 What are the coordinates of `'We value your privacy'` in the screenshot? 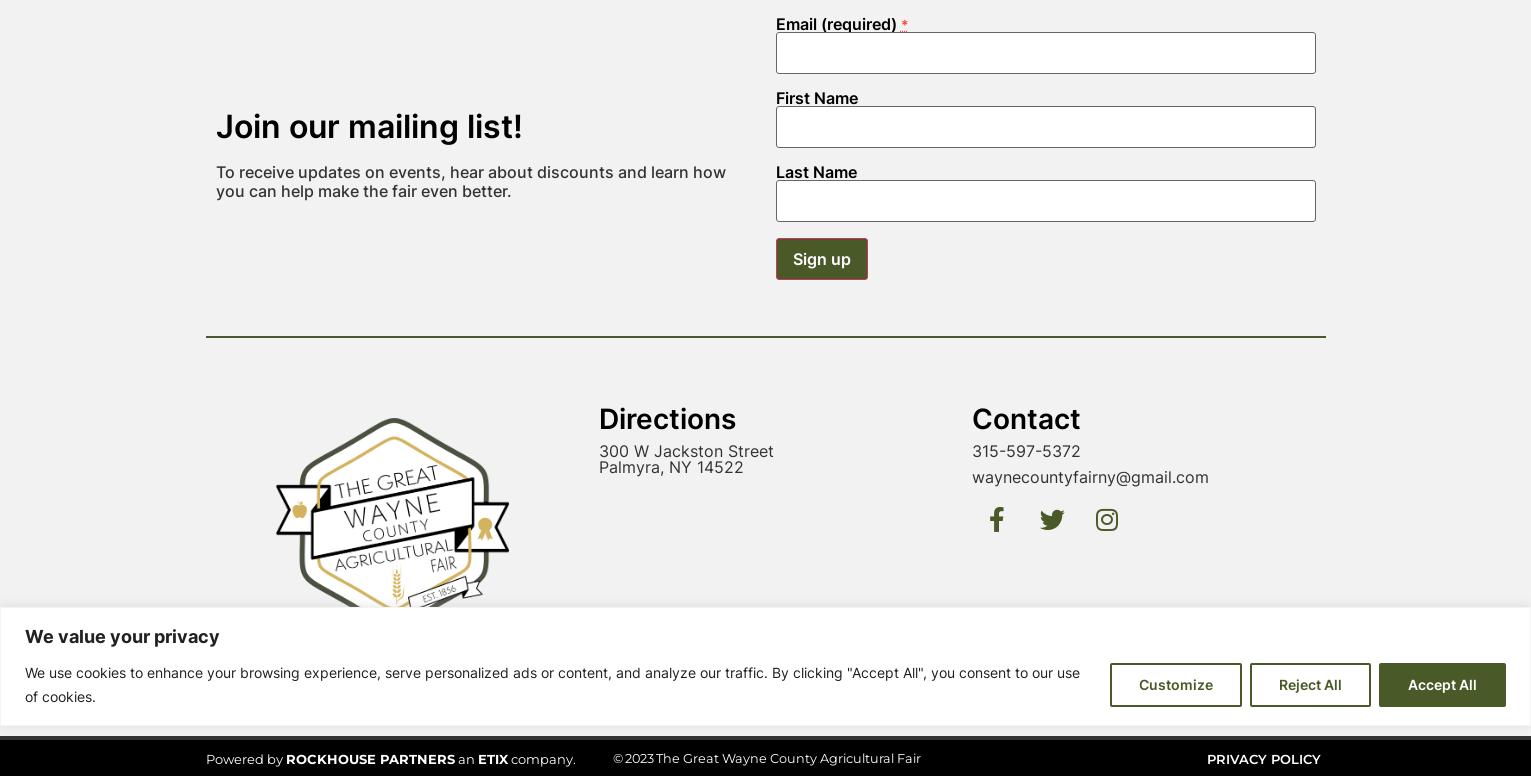 It's located at (24, 356).